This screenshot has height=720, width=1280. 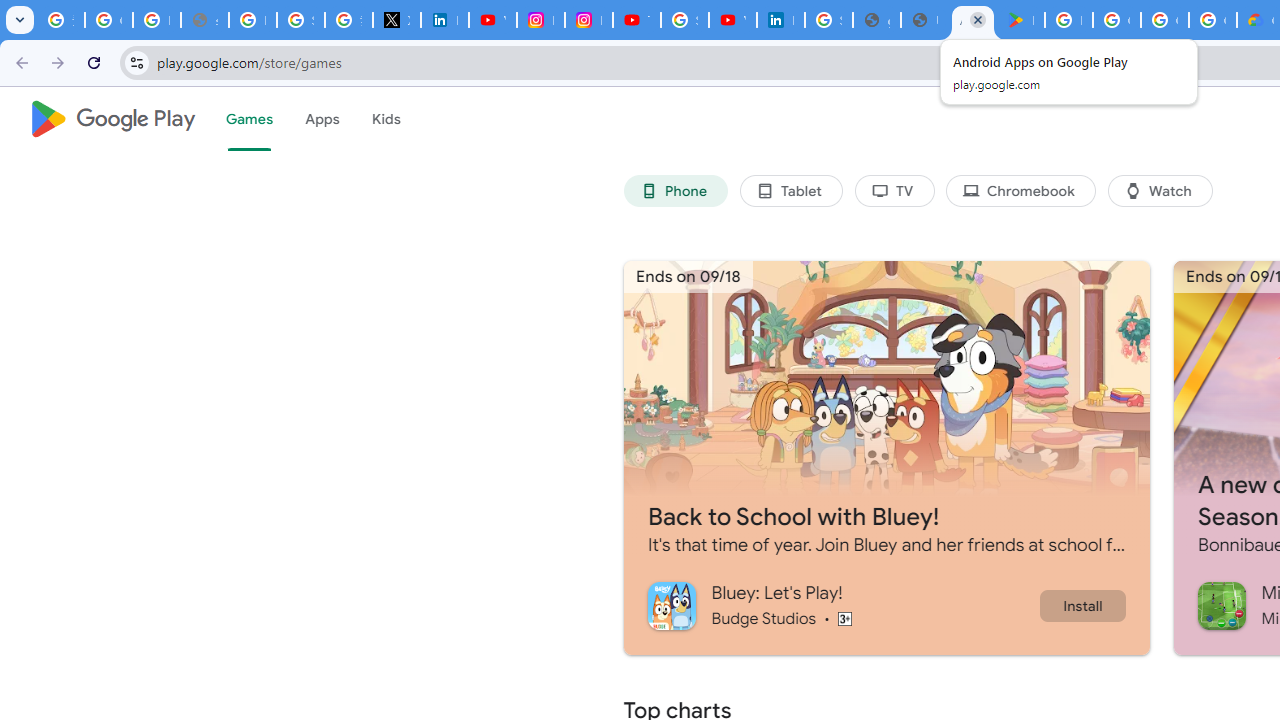 What do you see at coordinates (876, 20) in the screenshot?
I see `'google_privacy_policy_en.pdf'` at bounding box center [876, 20].